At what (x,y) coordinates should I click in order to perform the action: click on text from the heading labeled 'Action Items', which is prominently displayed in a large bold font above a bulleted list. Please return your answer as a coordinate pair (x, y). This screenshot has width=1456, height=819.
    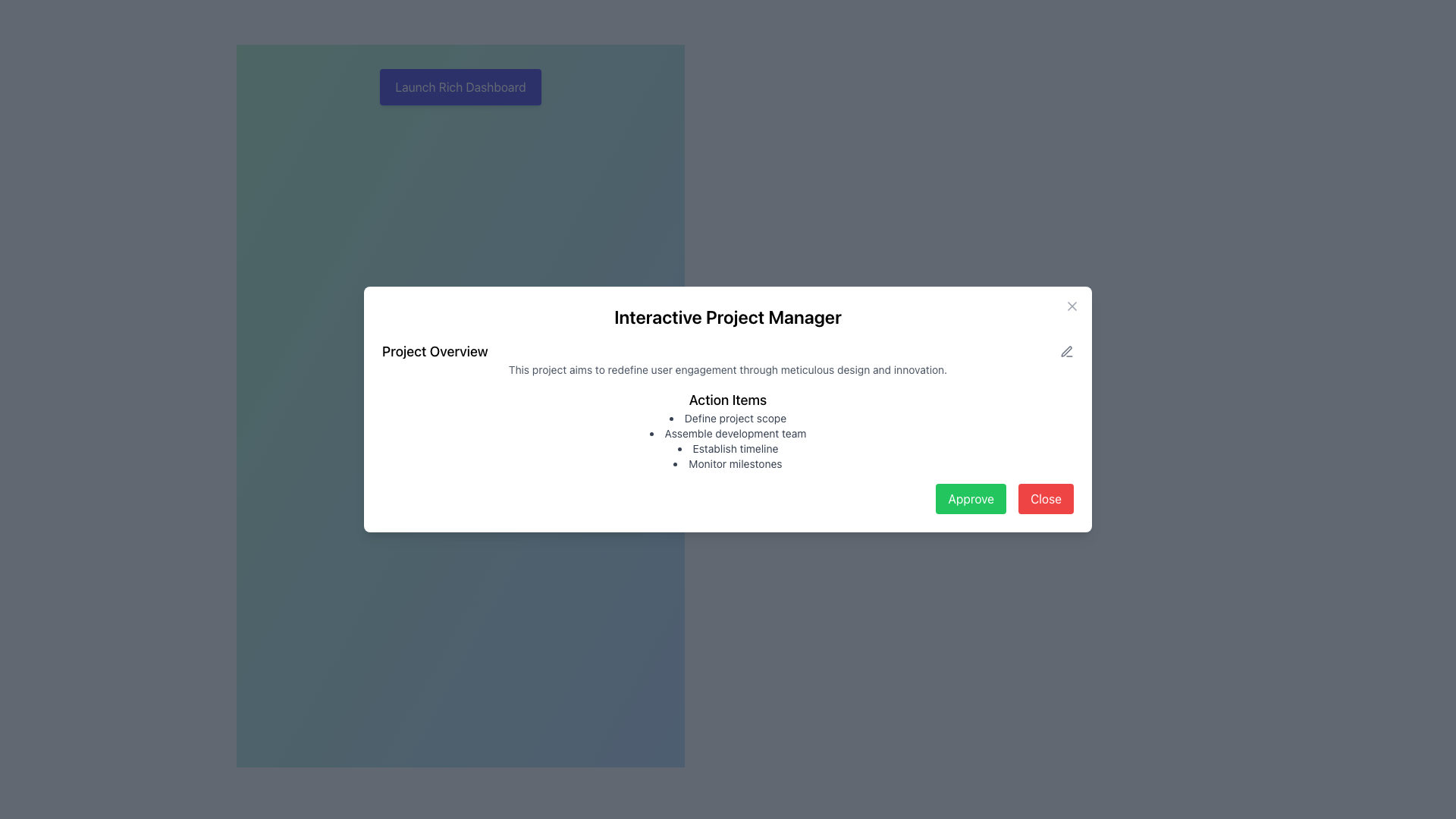
    Looking at the image, I should click on (728, 400).